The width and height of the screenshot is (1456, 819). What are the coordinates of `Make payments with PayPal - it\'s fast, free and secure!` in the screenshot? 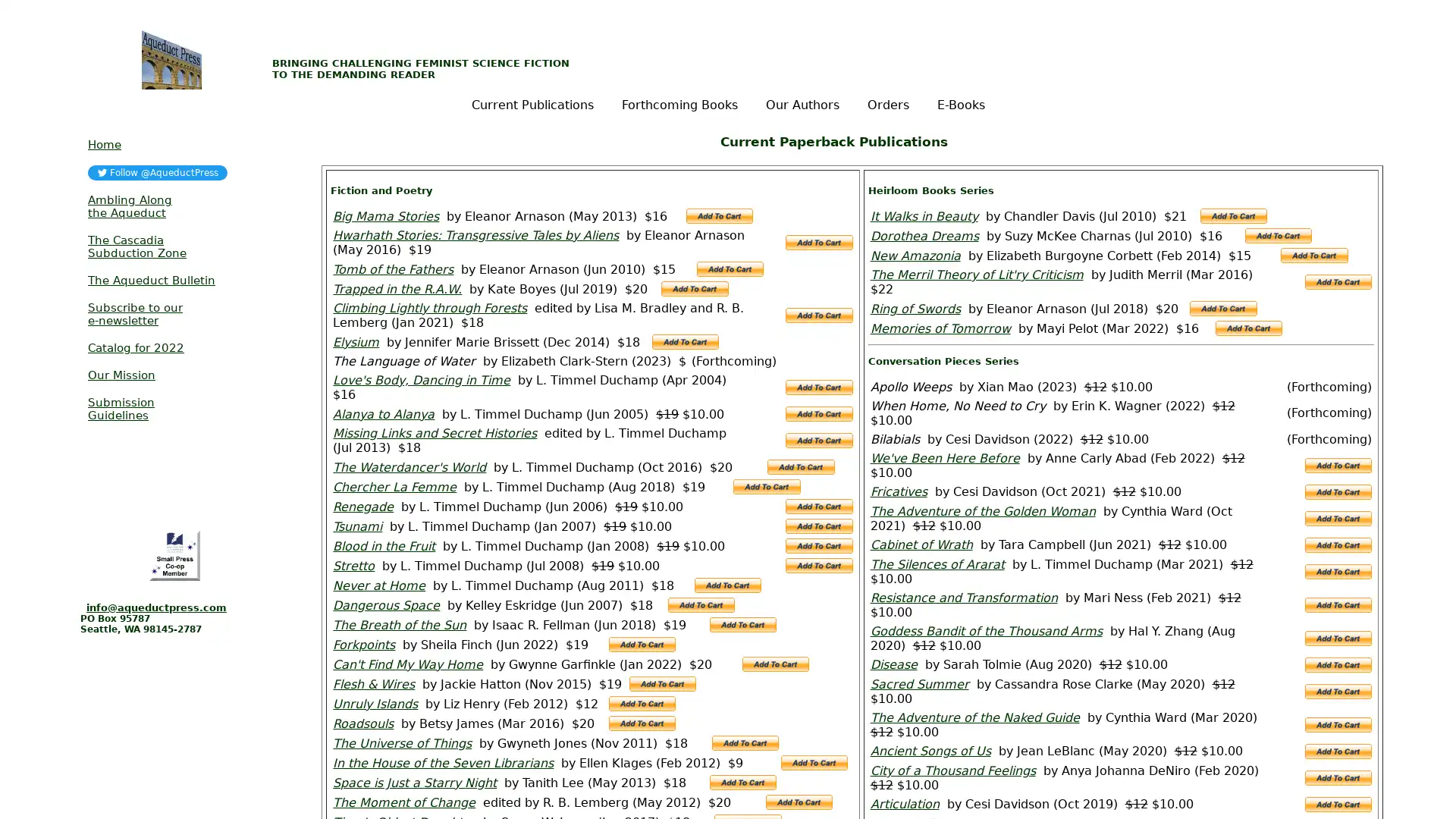 It's located at (1313, 254).